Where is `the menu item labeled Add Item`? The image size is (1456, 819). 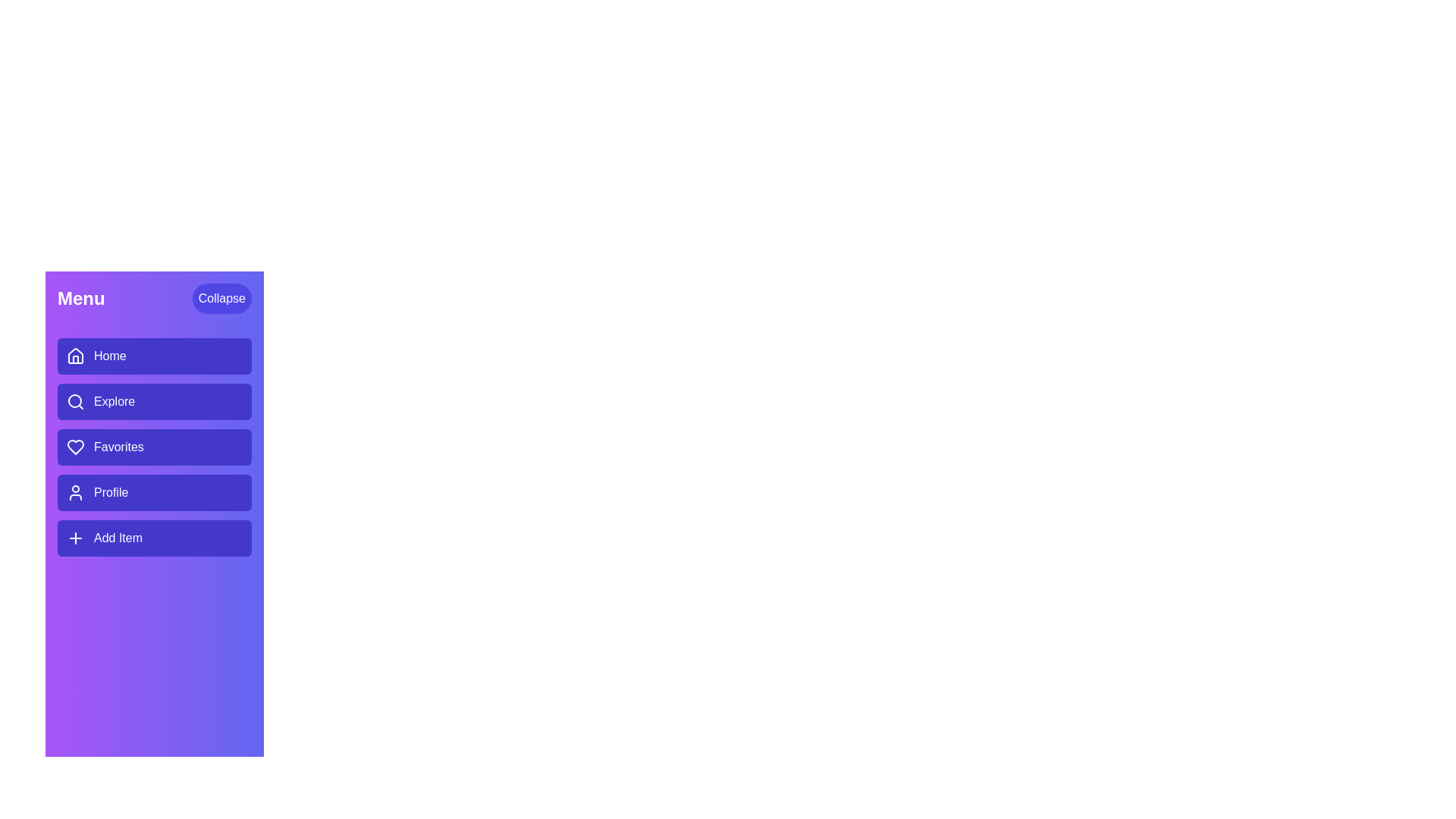 the menu item labeled Add Item is located at coordinates (154, 537).